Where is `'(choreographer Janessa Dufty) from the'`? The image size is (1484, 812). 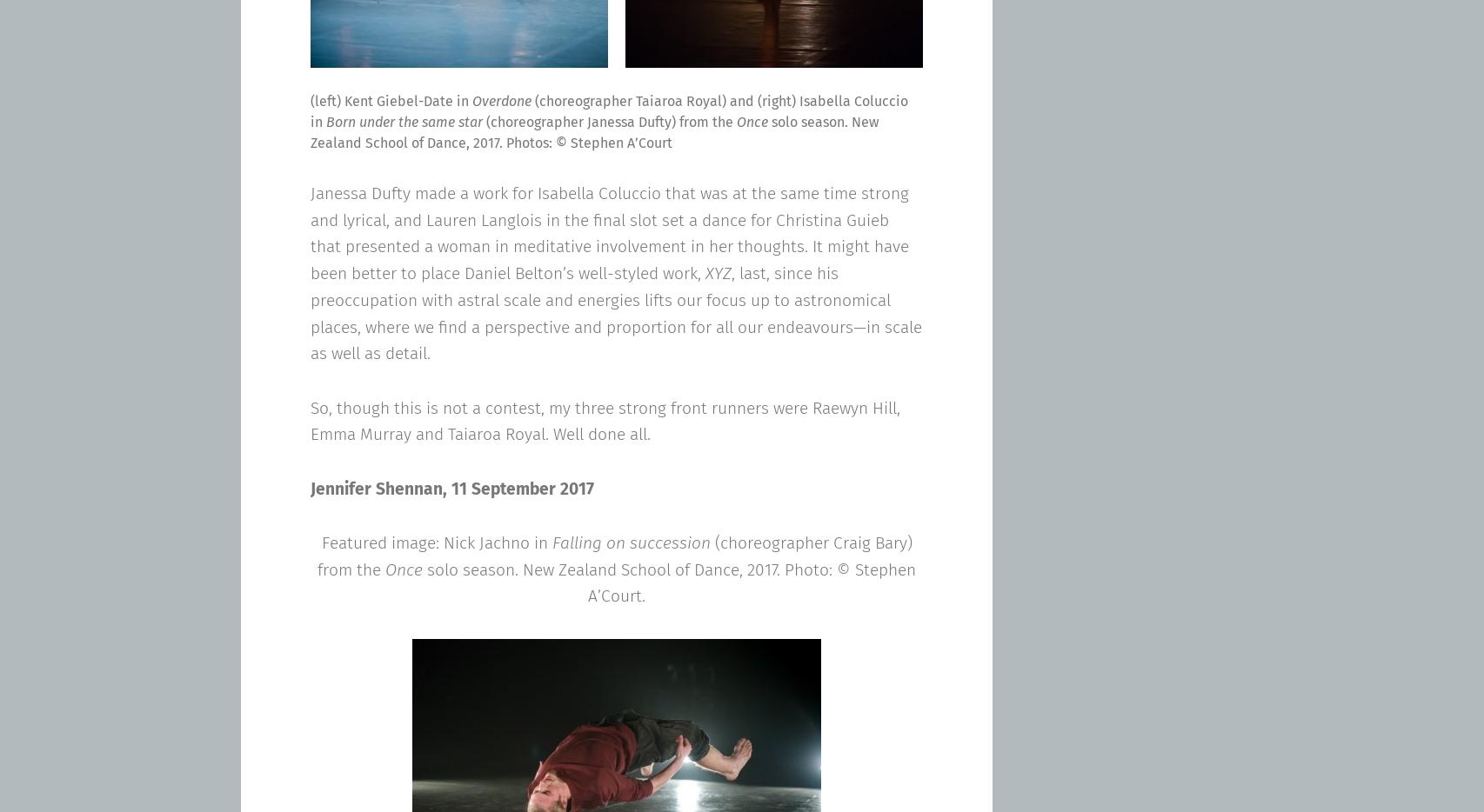 '(choreographer Janessa Dufty) from the' is located at coordinates (481, 123).